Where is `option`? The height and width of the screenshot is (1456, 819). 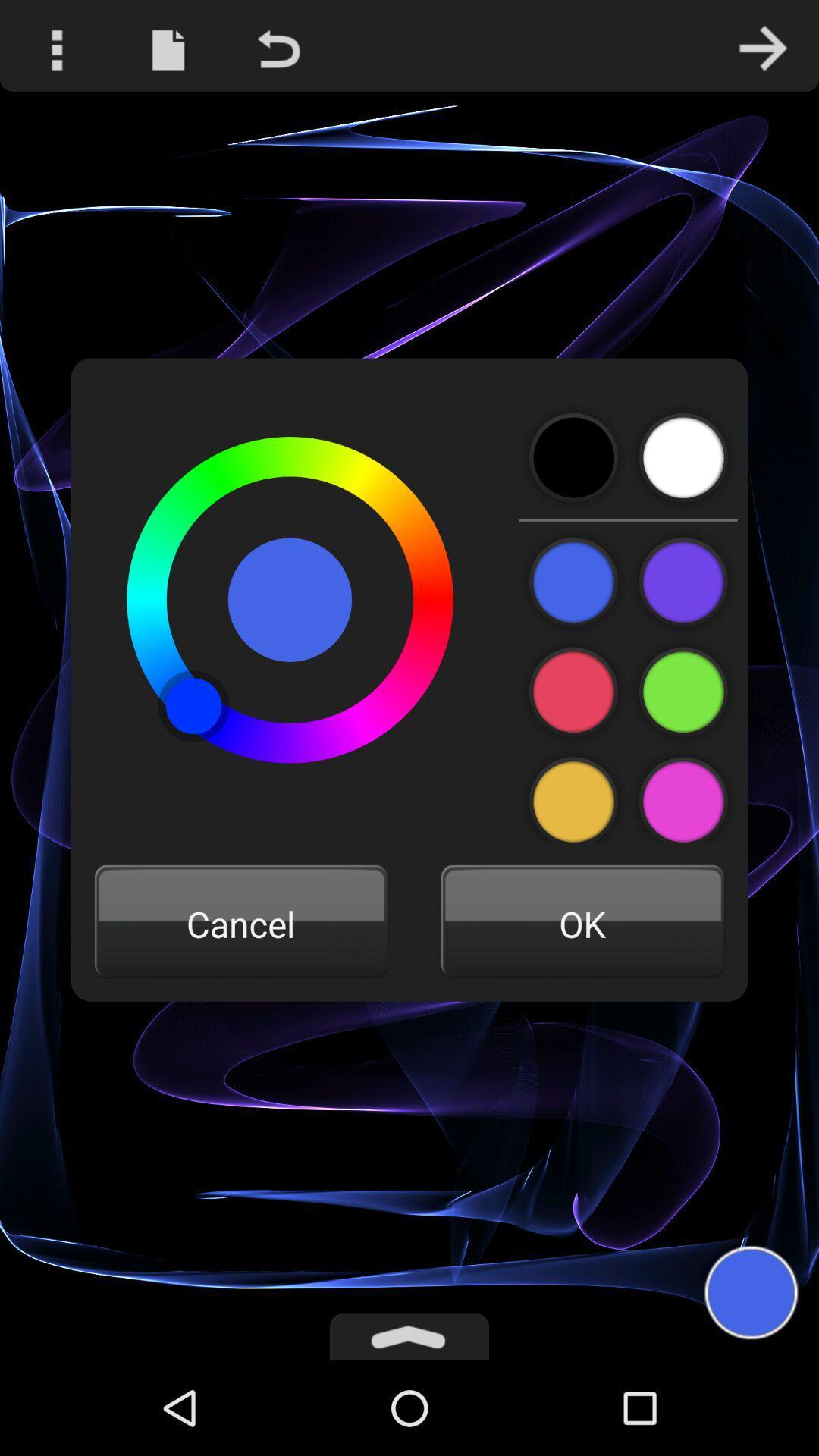 option is located at coordinates (683, 457).